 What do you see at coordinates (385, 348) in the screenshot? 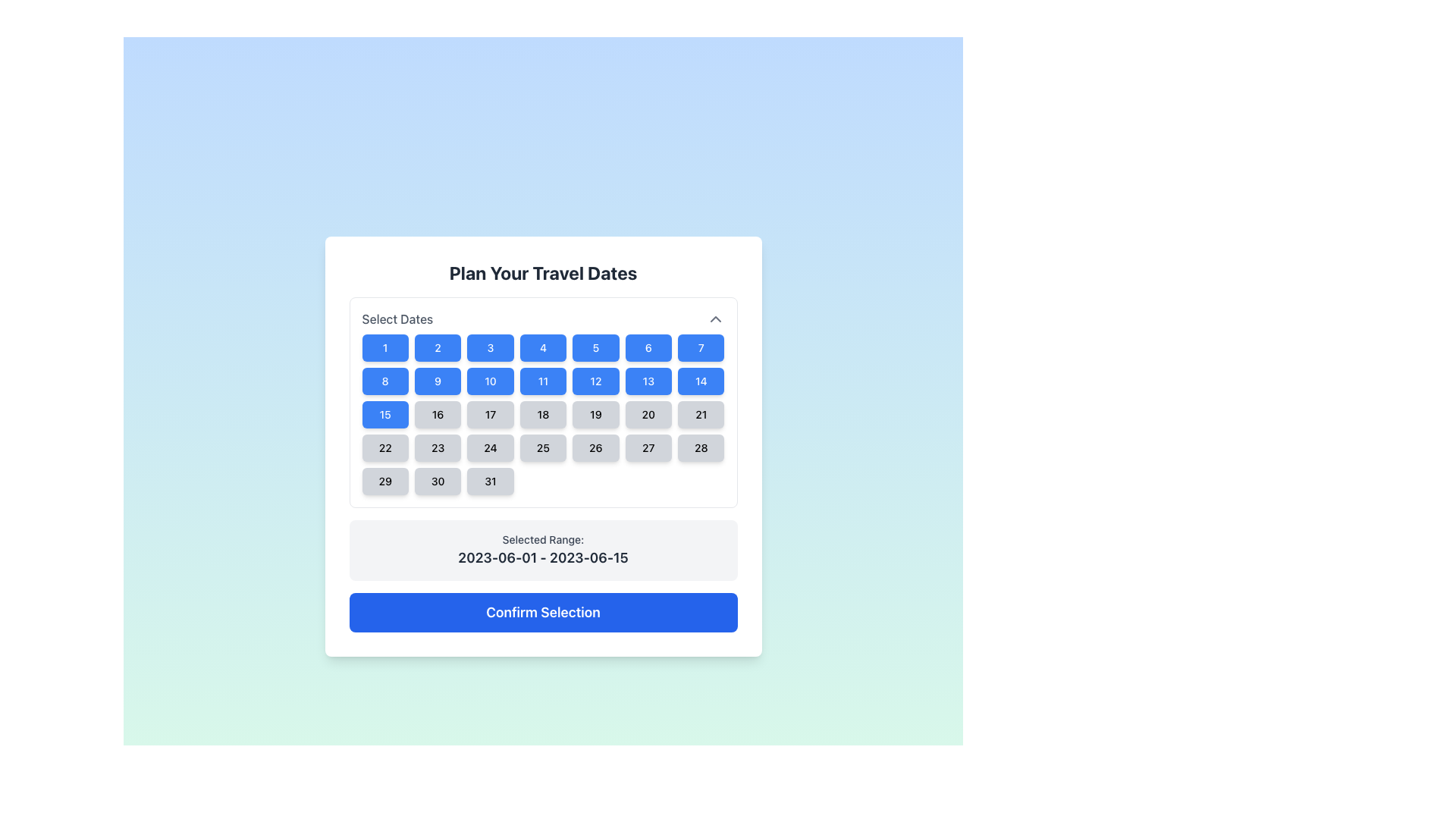
I see `the first day of the month button in the calendar-like interface` at bounding box center [385, 348].